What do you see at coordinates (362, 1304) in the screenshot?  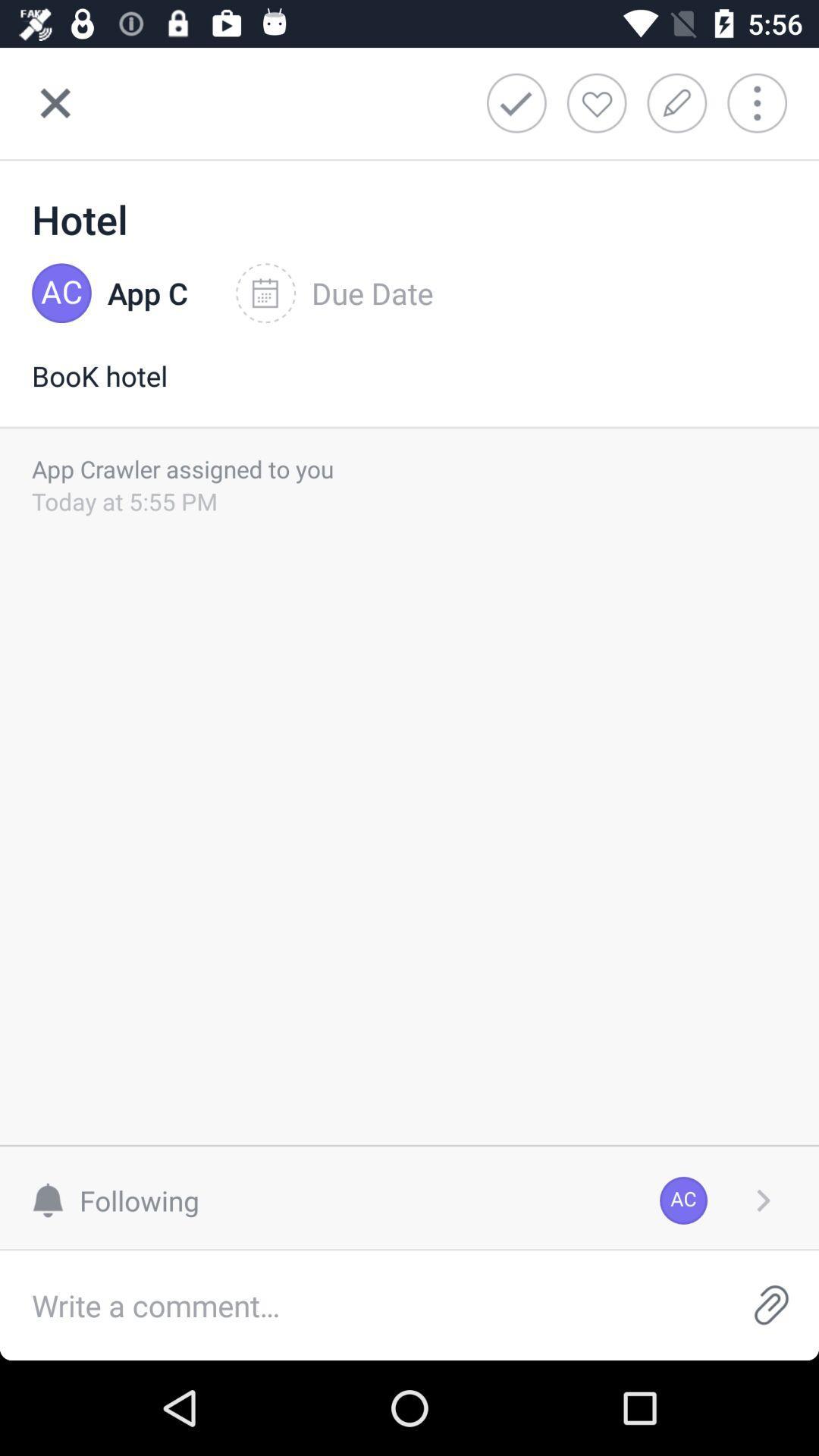 I see `comments option` at bounding box center [362, 1304].